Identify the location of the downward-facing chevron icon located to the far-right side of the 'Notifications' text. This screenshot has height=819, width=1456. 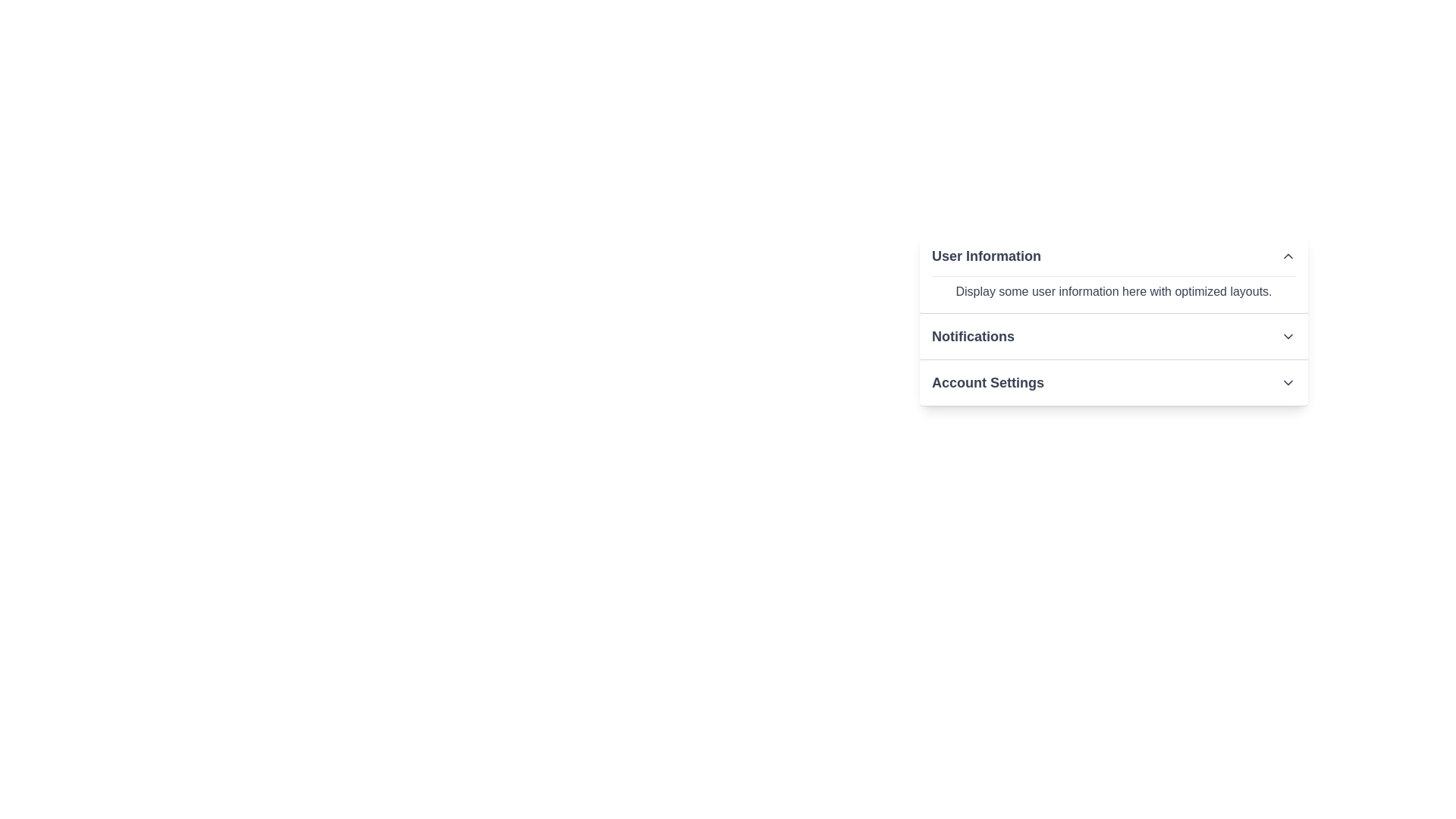
(1288, 335).